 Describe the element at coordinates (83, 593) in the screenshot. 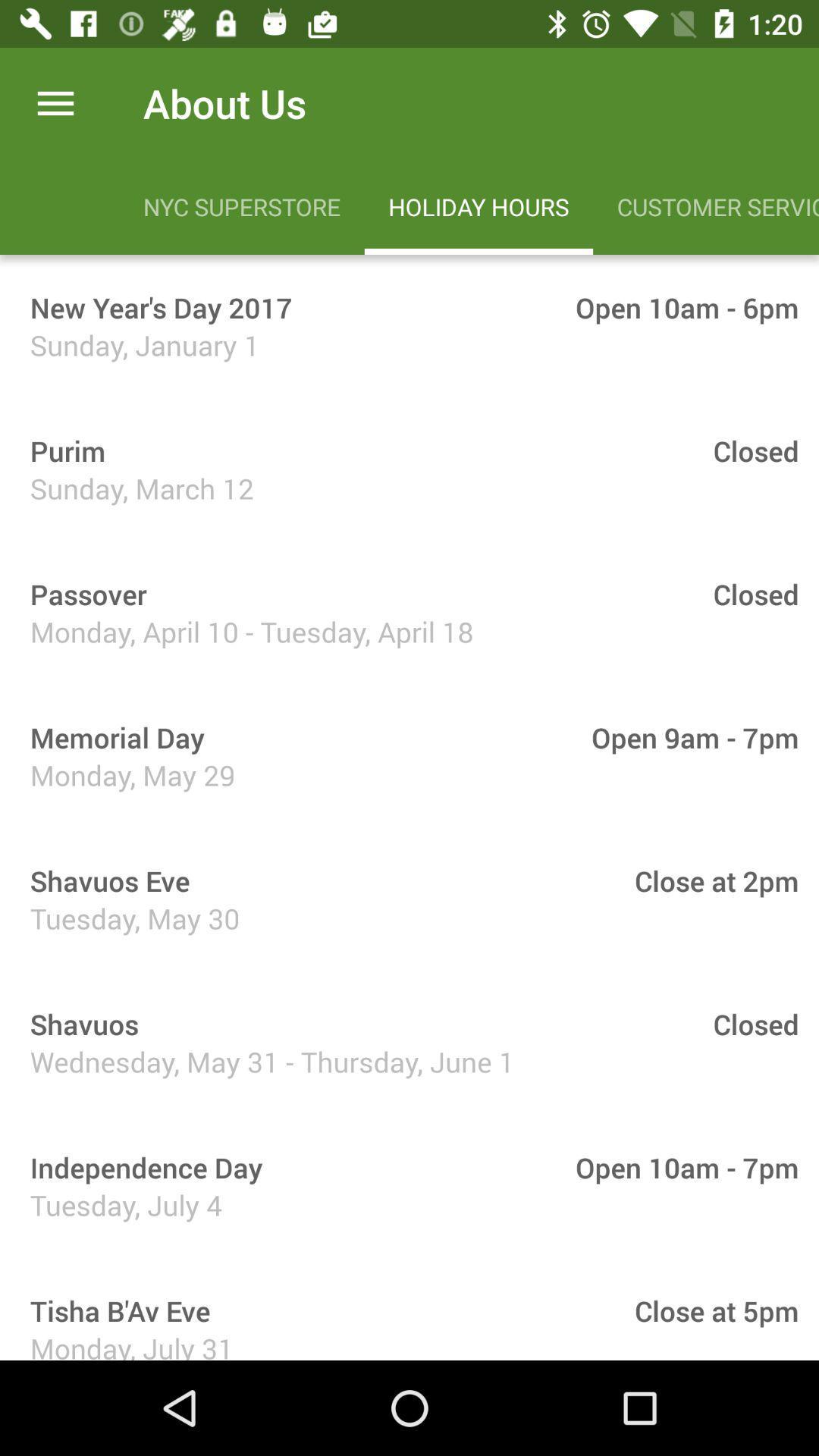

I see `the item above monday april 10 icon` at that location.